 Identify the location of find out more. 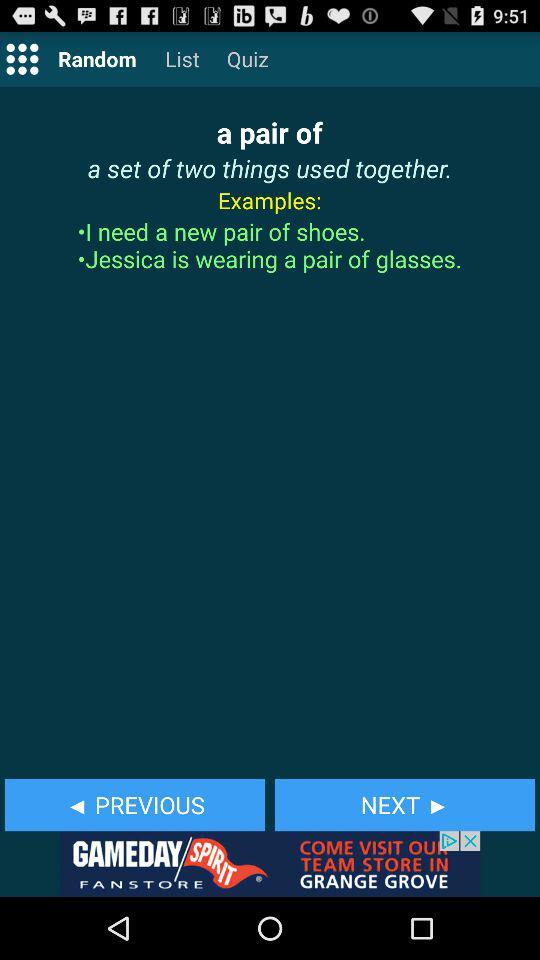
(270, 863).